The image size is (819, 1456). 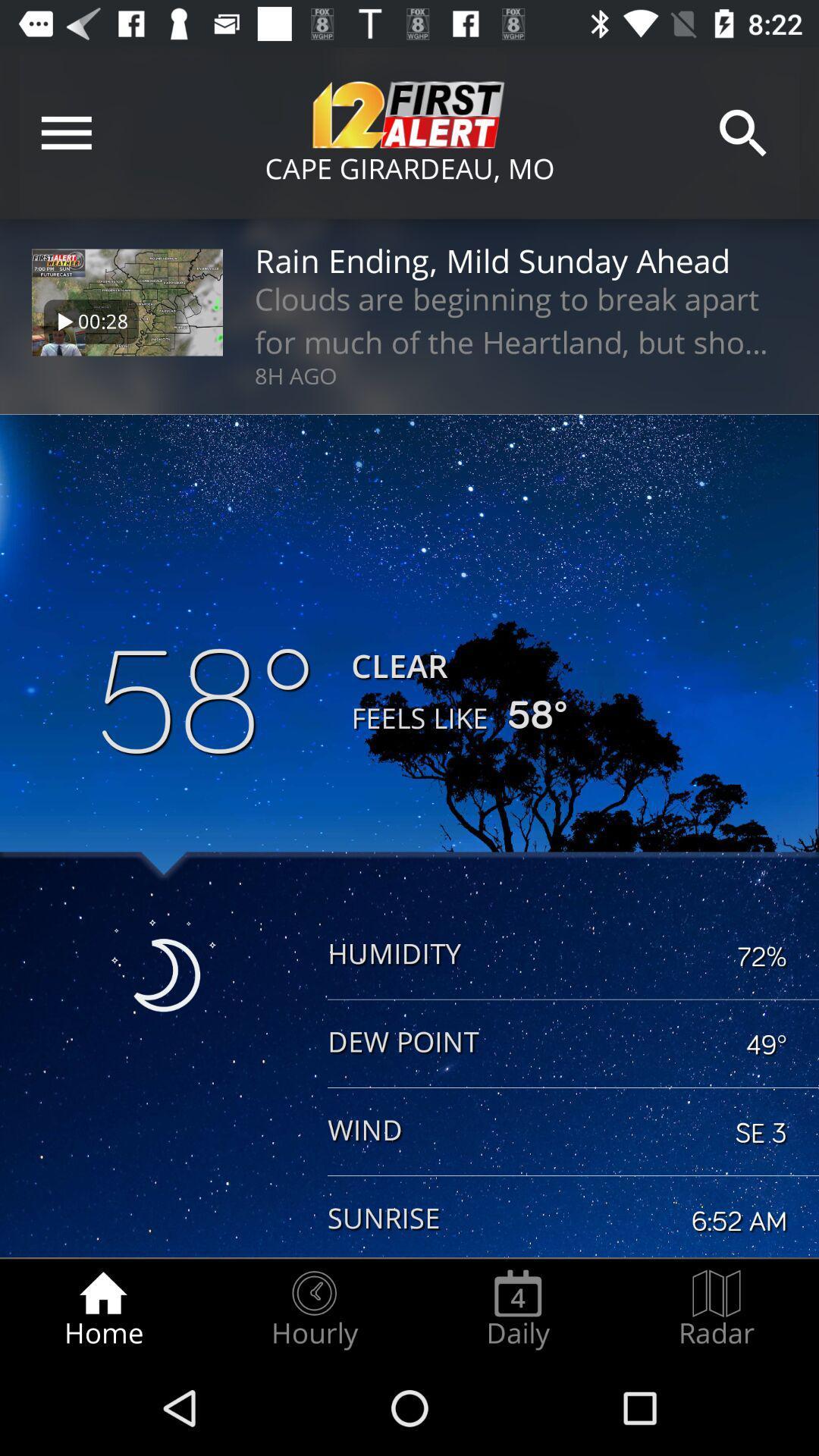 I want to click on radar radio button, so click(x=717, y=1309).